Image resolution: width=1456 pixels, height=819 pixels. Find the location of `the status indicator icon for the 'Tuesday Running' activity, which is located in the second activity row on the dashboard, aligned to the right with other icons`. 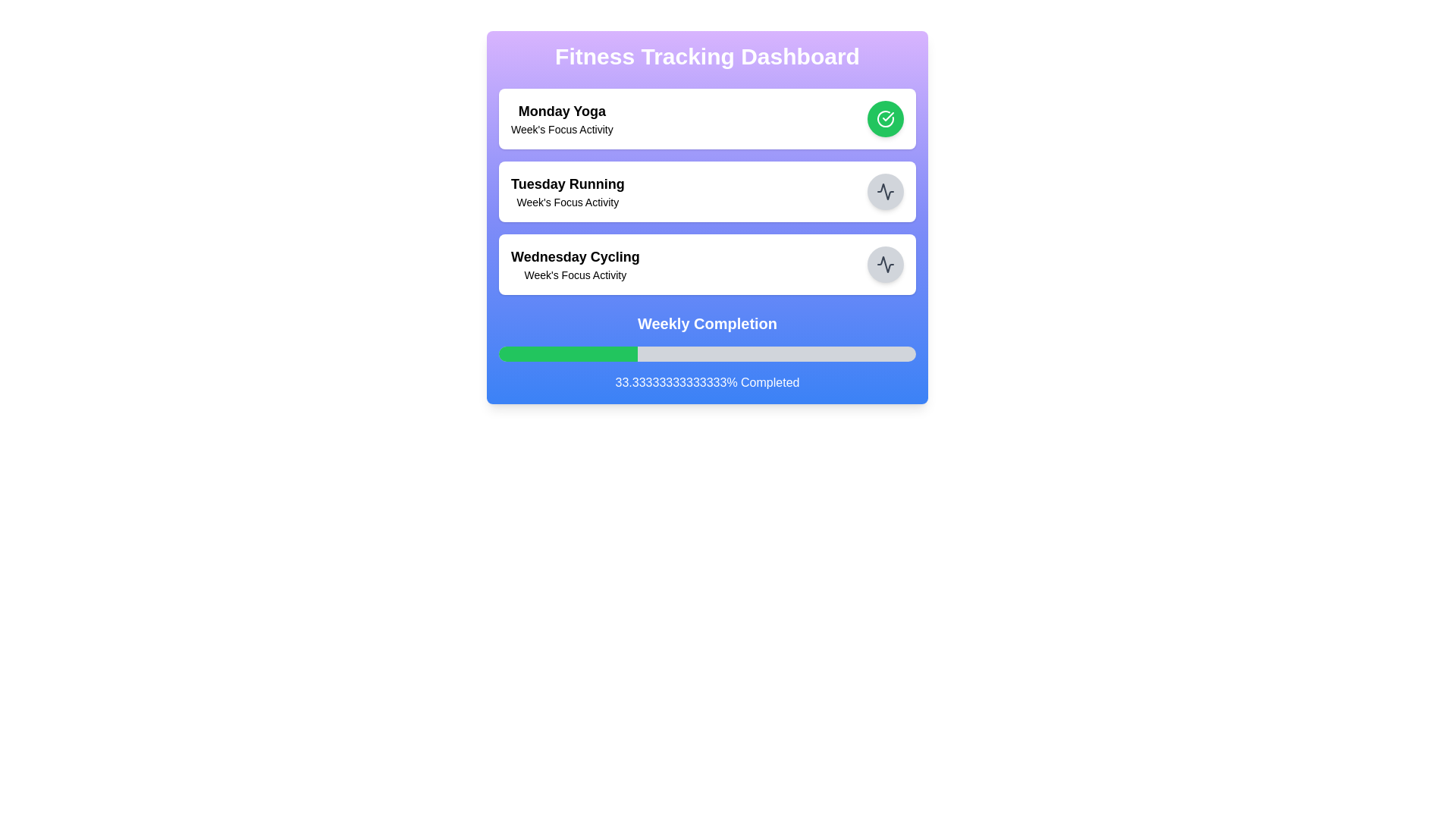

the status indicator icon for the 'Tuesday Running' activity, which is located in the second activity row on the dashboard, aligned to the right with other icons is located at coordinates (885, 263).